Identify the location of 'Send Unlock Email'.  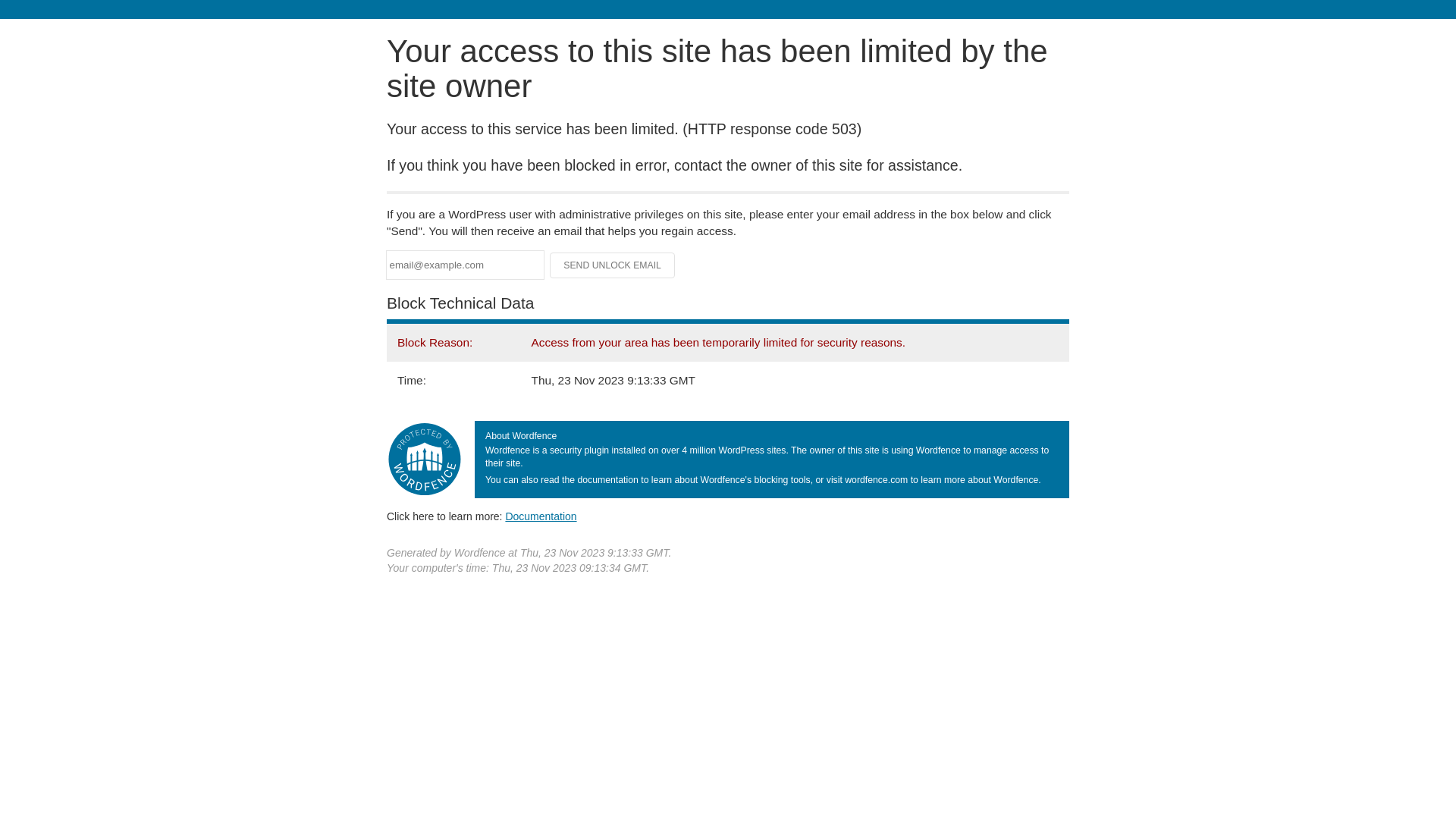
(612, 265).